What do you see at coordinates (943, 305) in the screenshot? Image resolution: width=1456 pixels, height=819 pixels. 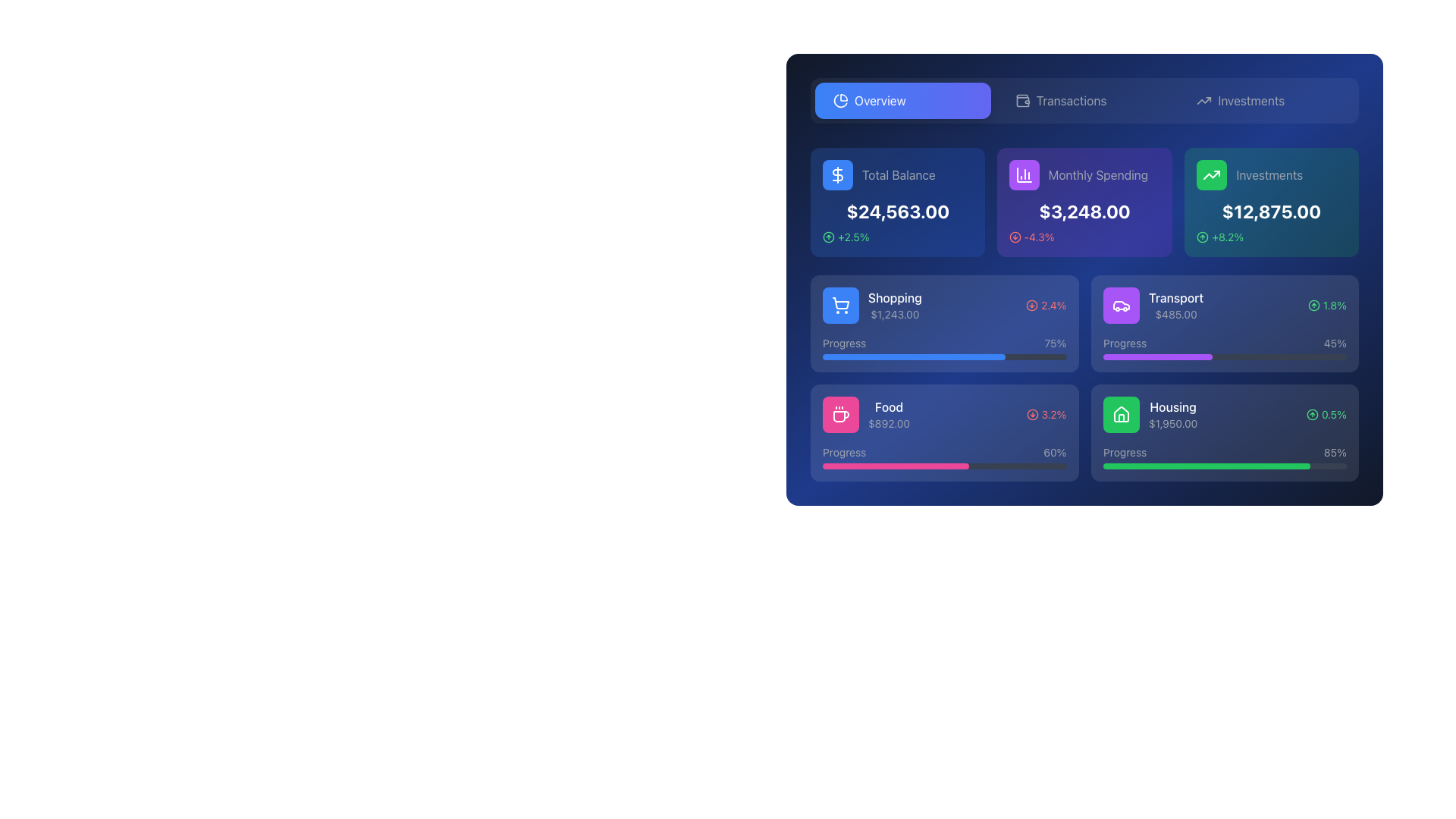 I see `displayed information on the second card in the grid that summarizes shopping expenditure, including total spent amount and percentage comparison` at bounding box center [943, 305].